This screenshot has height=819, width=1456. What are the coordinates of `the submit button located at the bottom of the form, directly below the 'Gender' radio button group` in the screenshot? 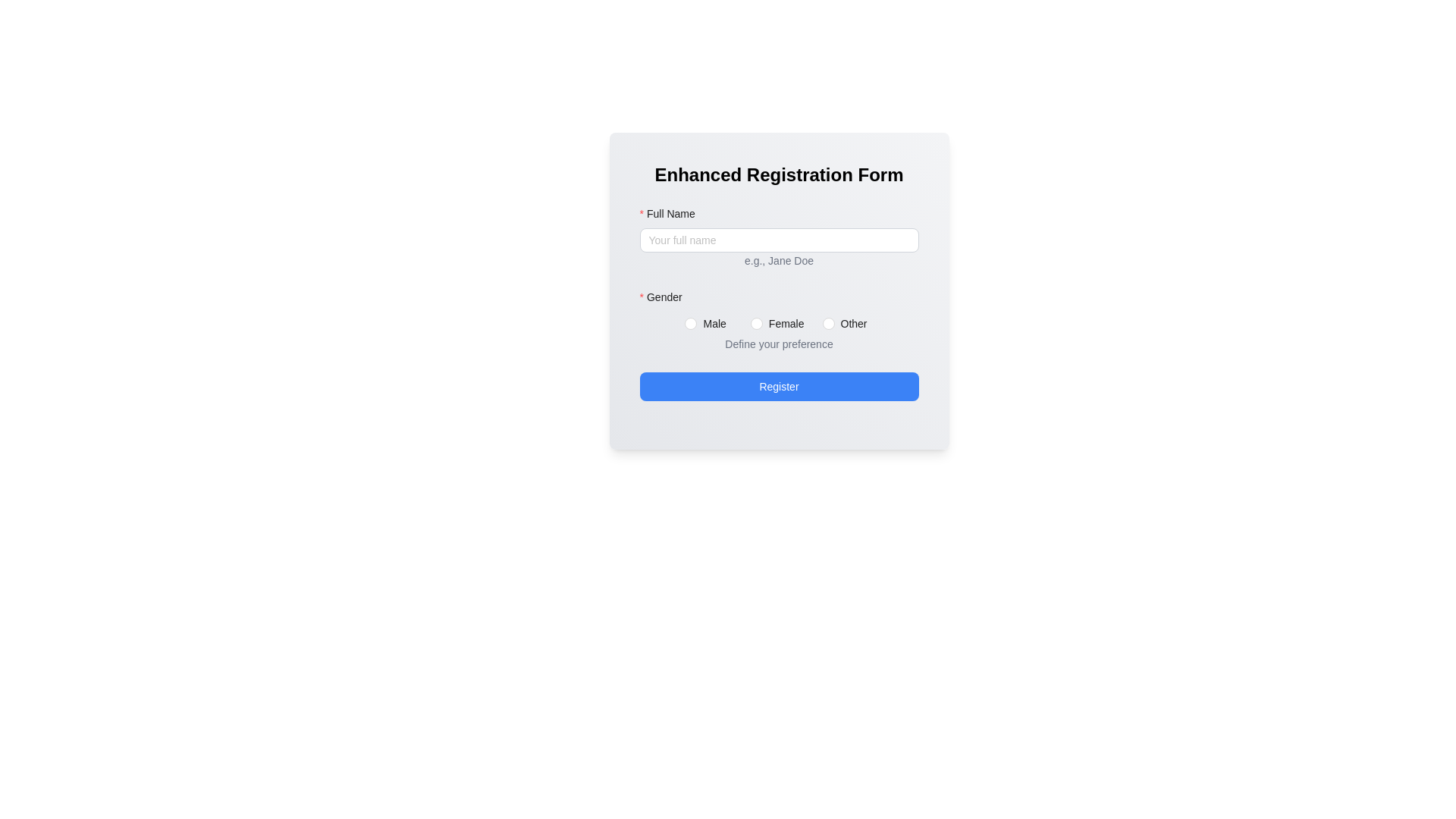 It's located at (779, 385).